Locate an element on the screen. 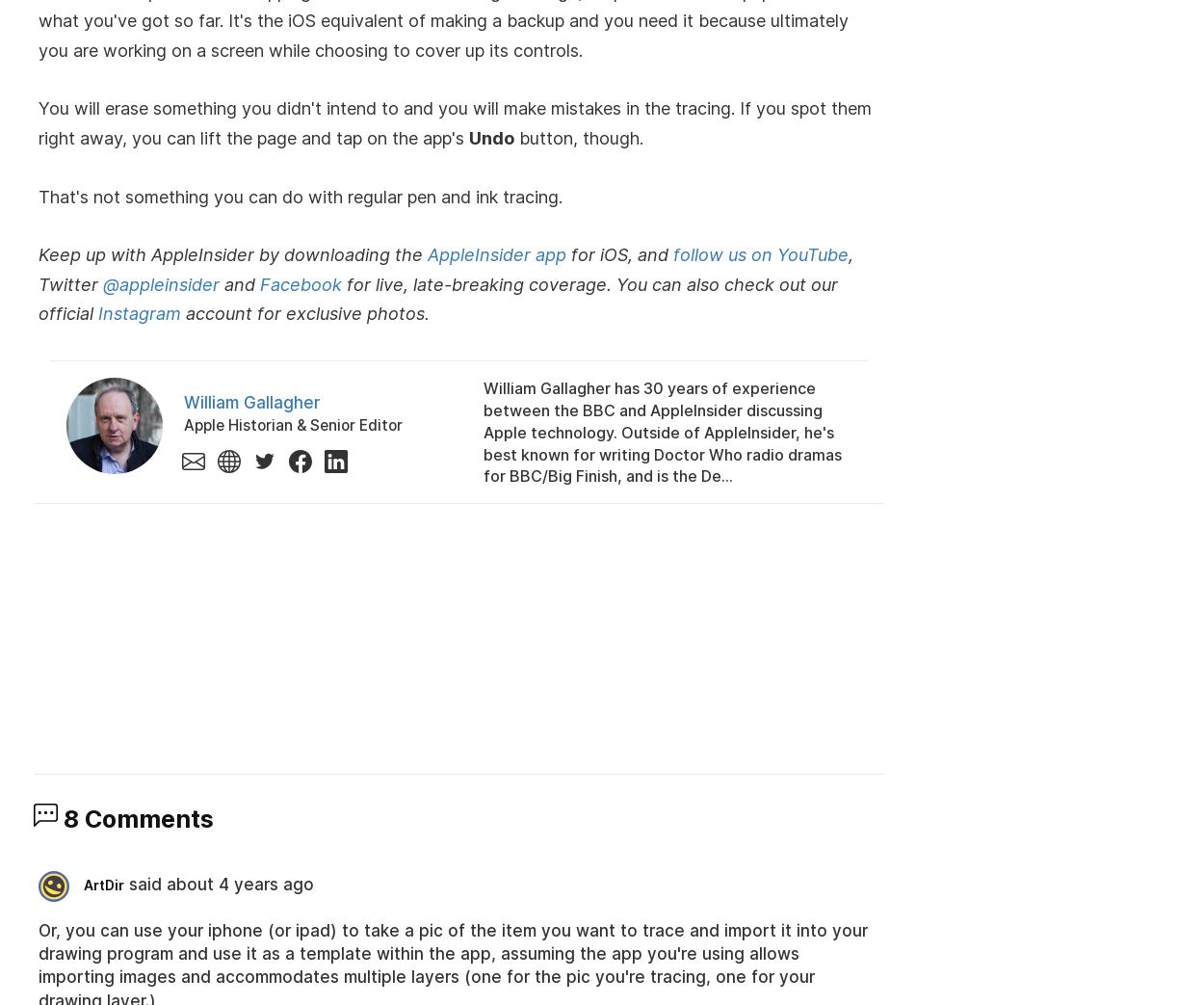 The height and width of the screenshot is (1005, 1204). 'William Gallagher' is located at coordinates (251, 403).